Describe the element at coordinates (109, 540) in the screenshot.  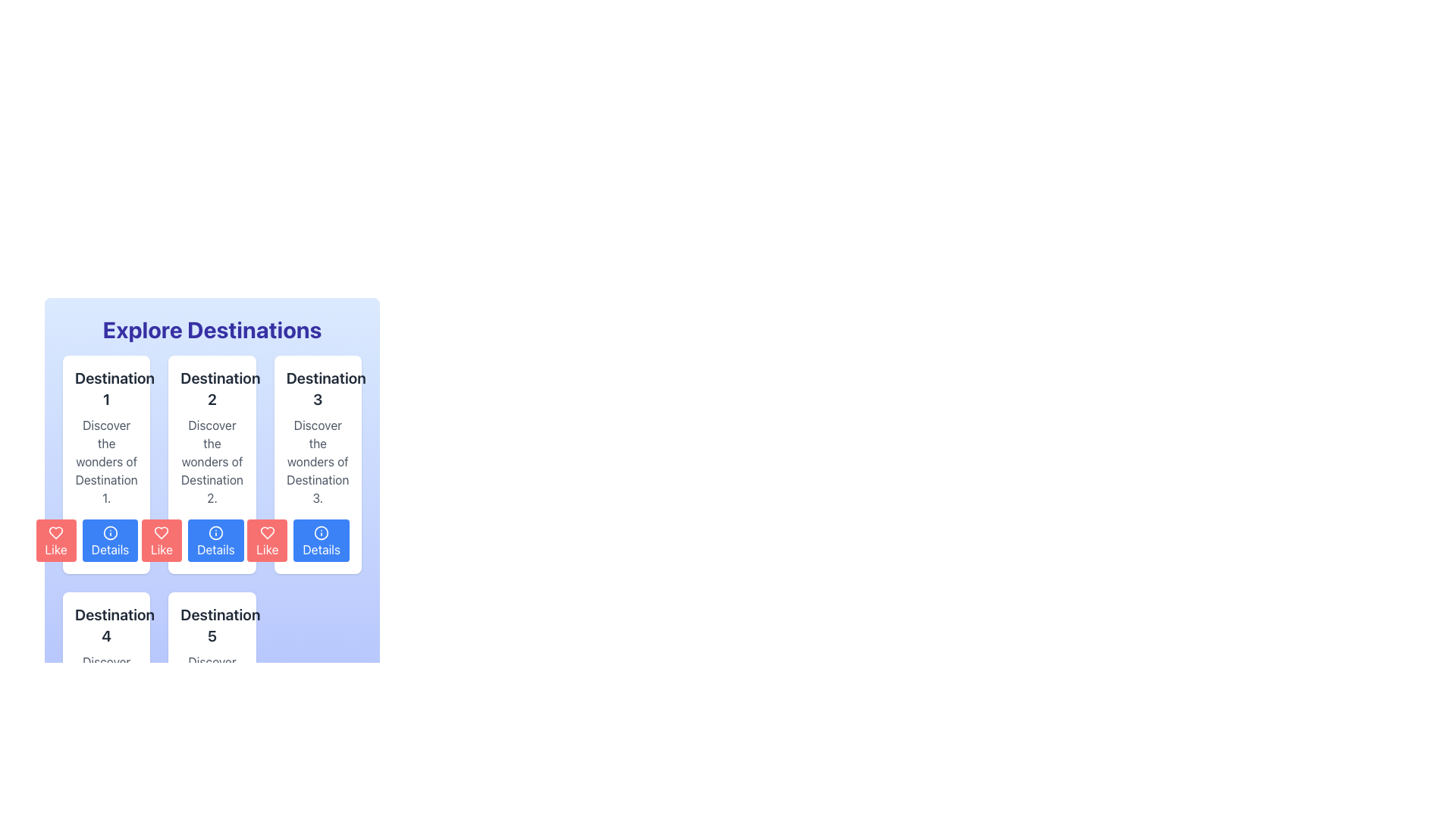
I see `the blue 'Details' button with rounded corners associated with 'Destination 2'` at that location.